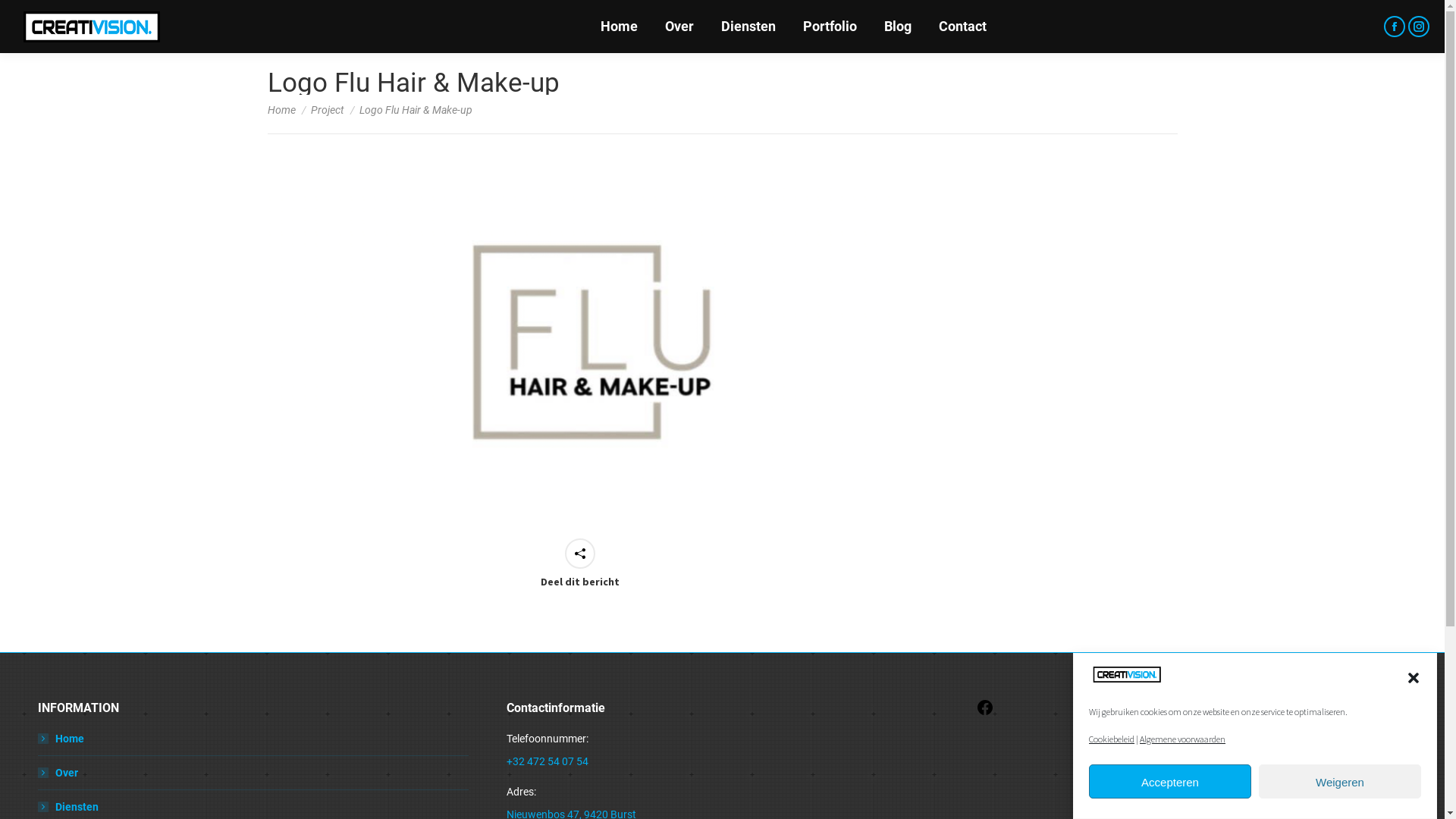 This screenshot has width=1456, height=819. I want to click on 'Weigeren', so click(1339, 782).